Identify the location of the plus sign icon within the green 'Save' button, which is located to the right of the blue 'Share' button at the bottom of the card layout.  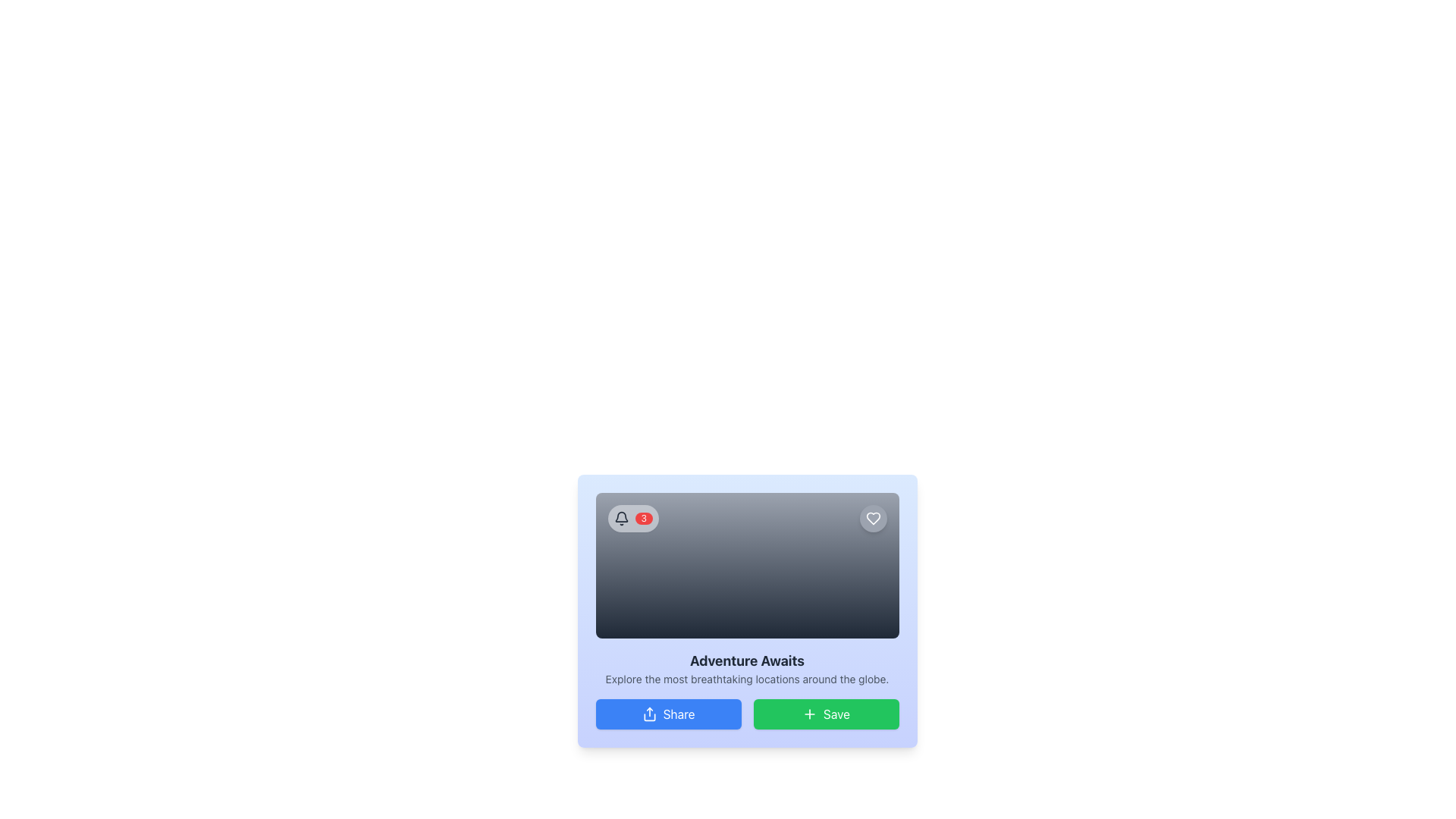
(809, 714).